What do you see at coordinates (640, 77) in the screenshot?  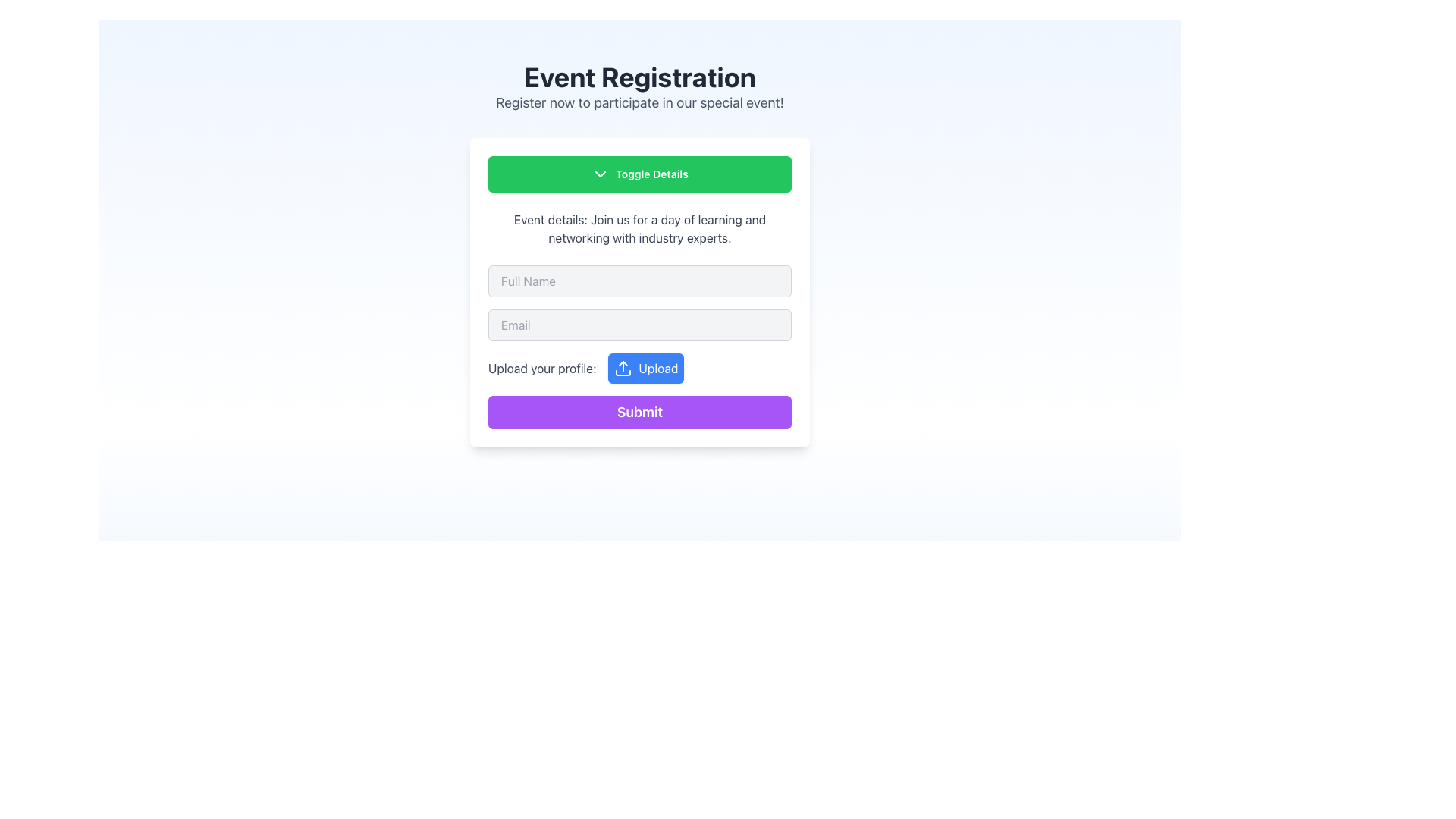 I see `header element displaying 'Event Registration' to understand the section's purpose, which is centrally positioned and styled prominently` at bounding box center [640, 77].